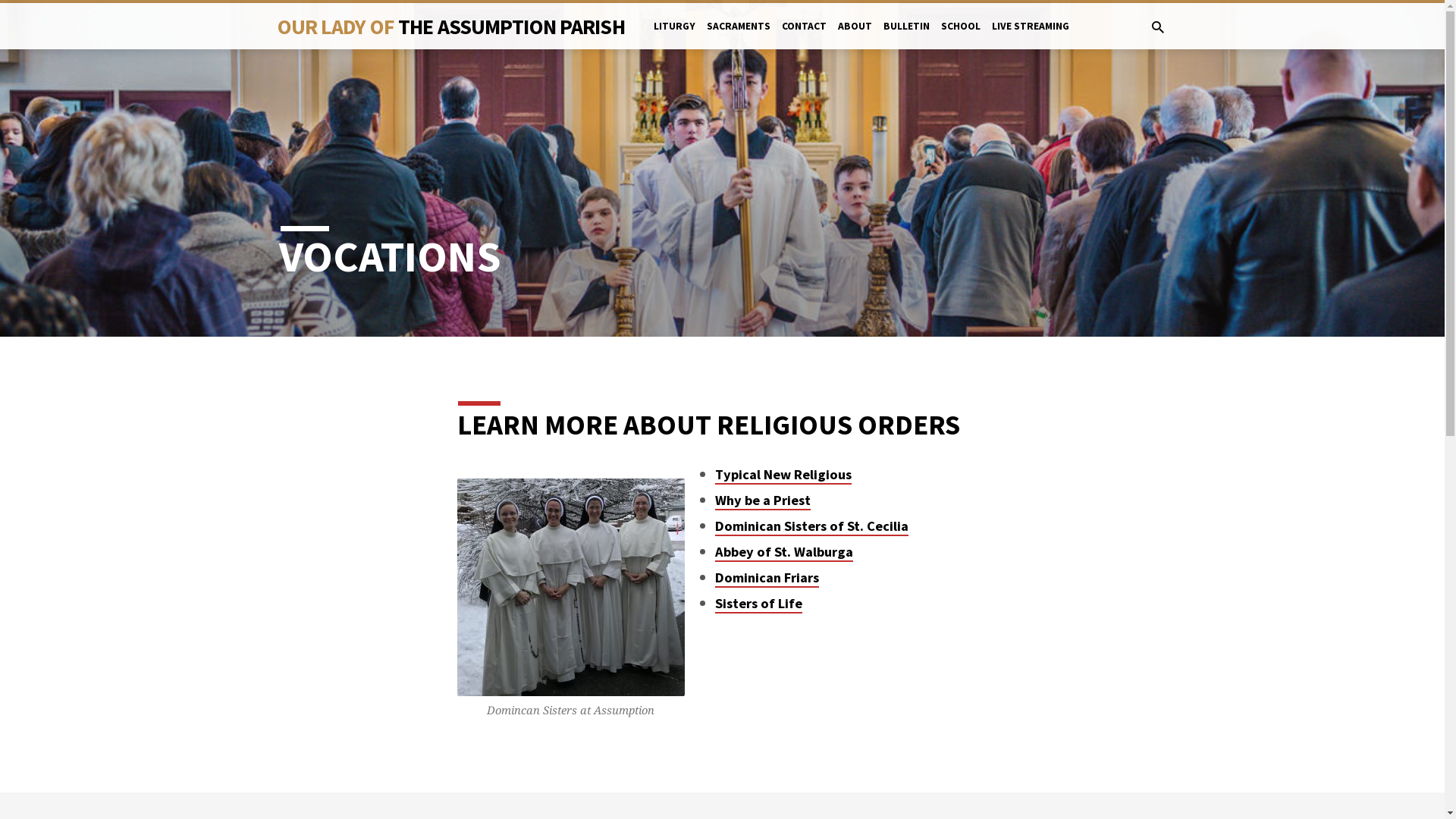  What do you see at coordinates (836, 35) in the screenshot?
I see `'ABOUT'` at bounding box center [836, 35].